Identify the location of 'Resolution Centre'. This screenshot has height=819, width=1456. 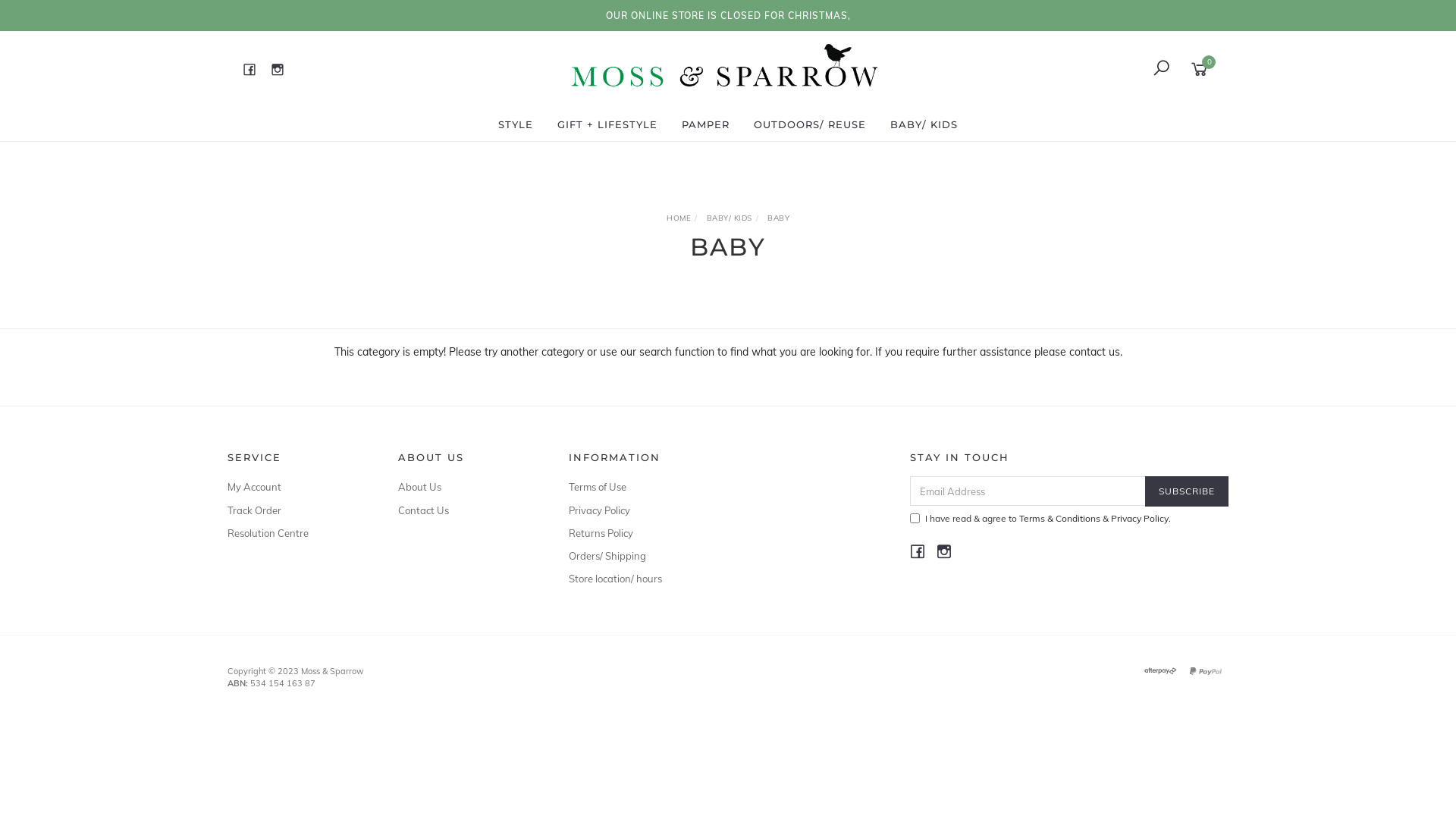
(226, 532).